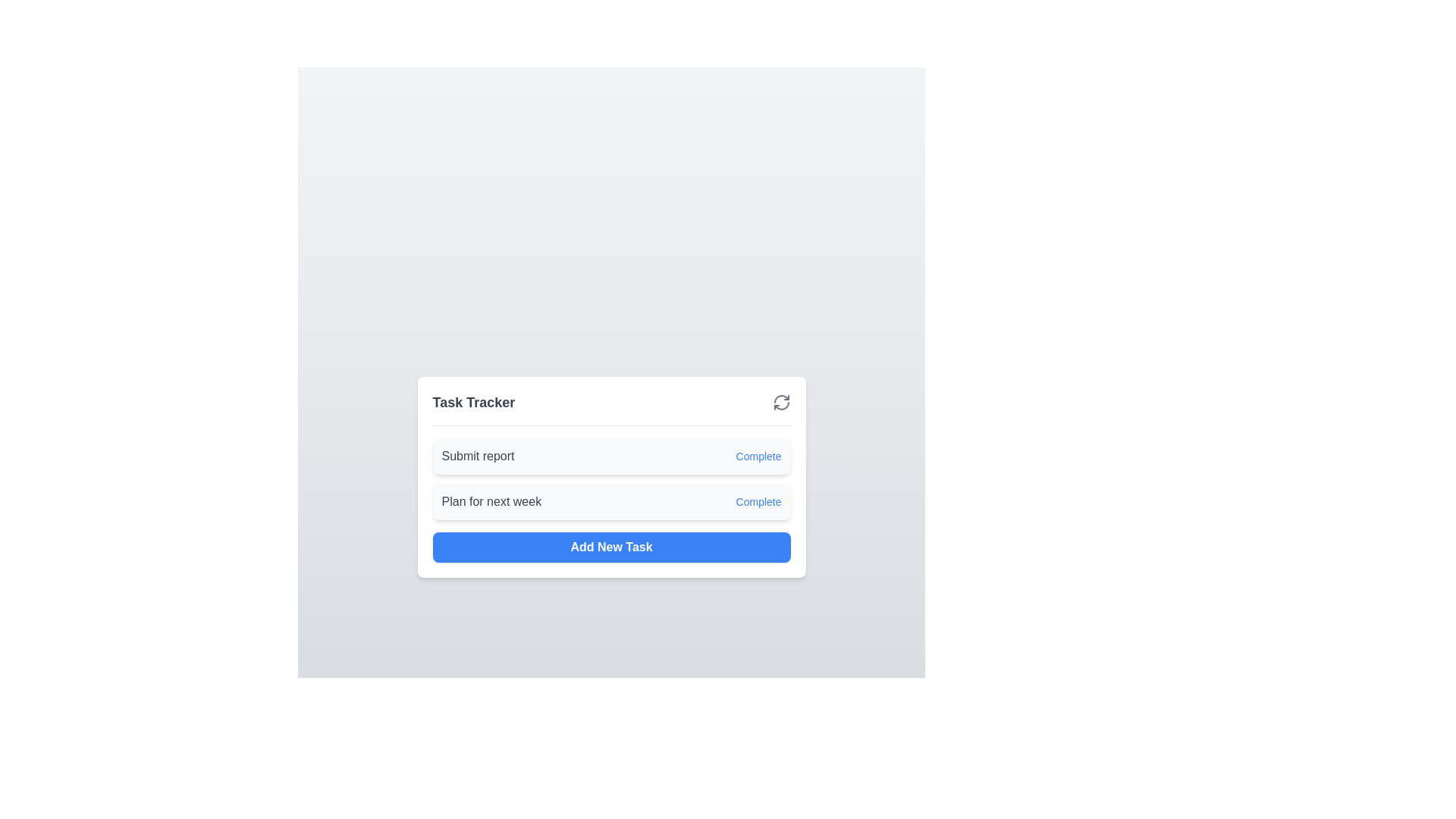  Describe the element at coordinates (758, 455) in the screenshot. I see `the blue hyperlink styled as a button that displays the text 'Complete'` at that location.